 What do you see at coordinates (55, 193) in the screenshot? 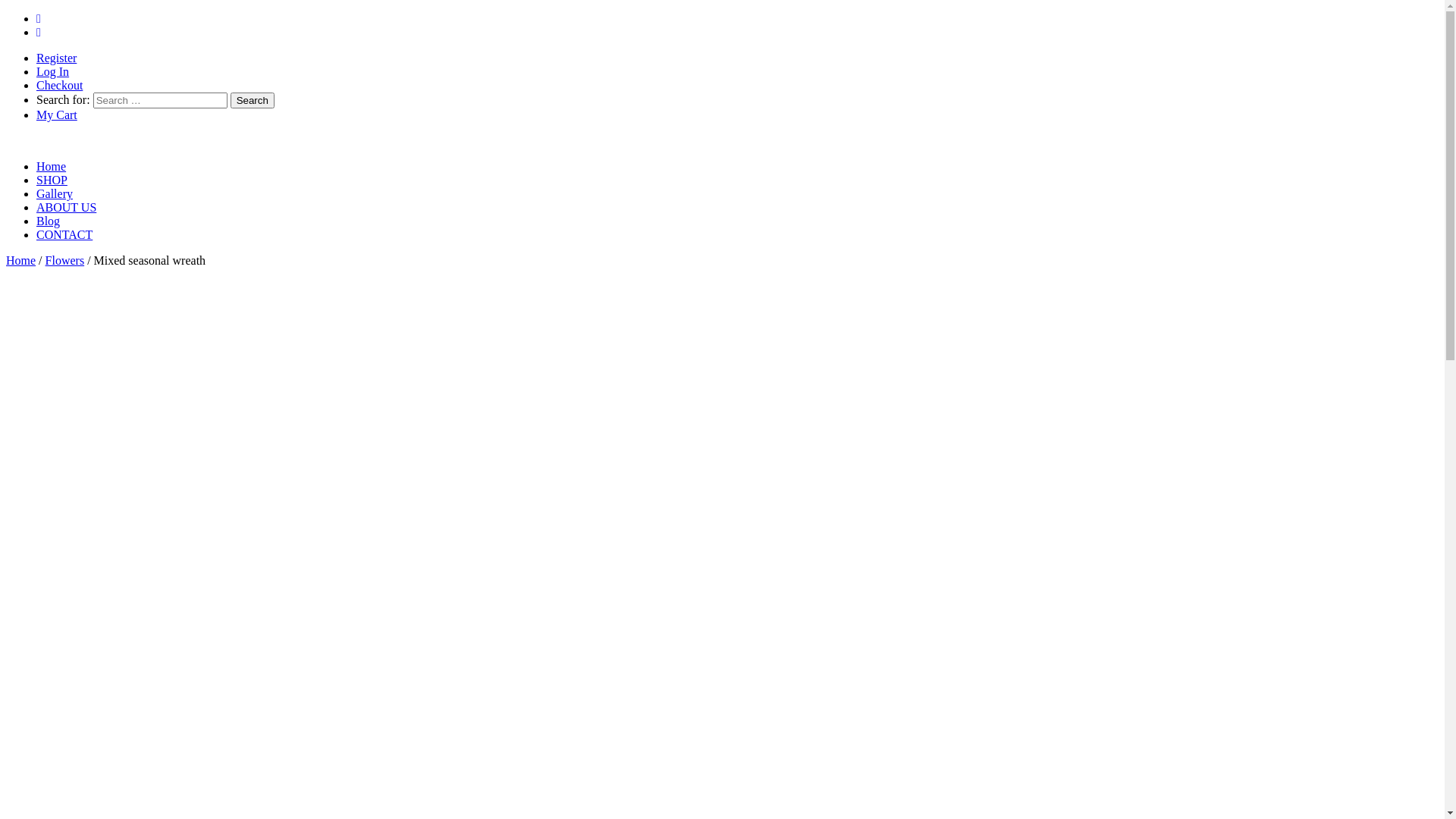
I see `'Gallery'` at bounding box center [55, 193].